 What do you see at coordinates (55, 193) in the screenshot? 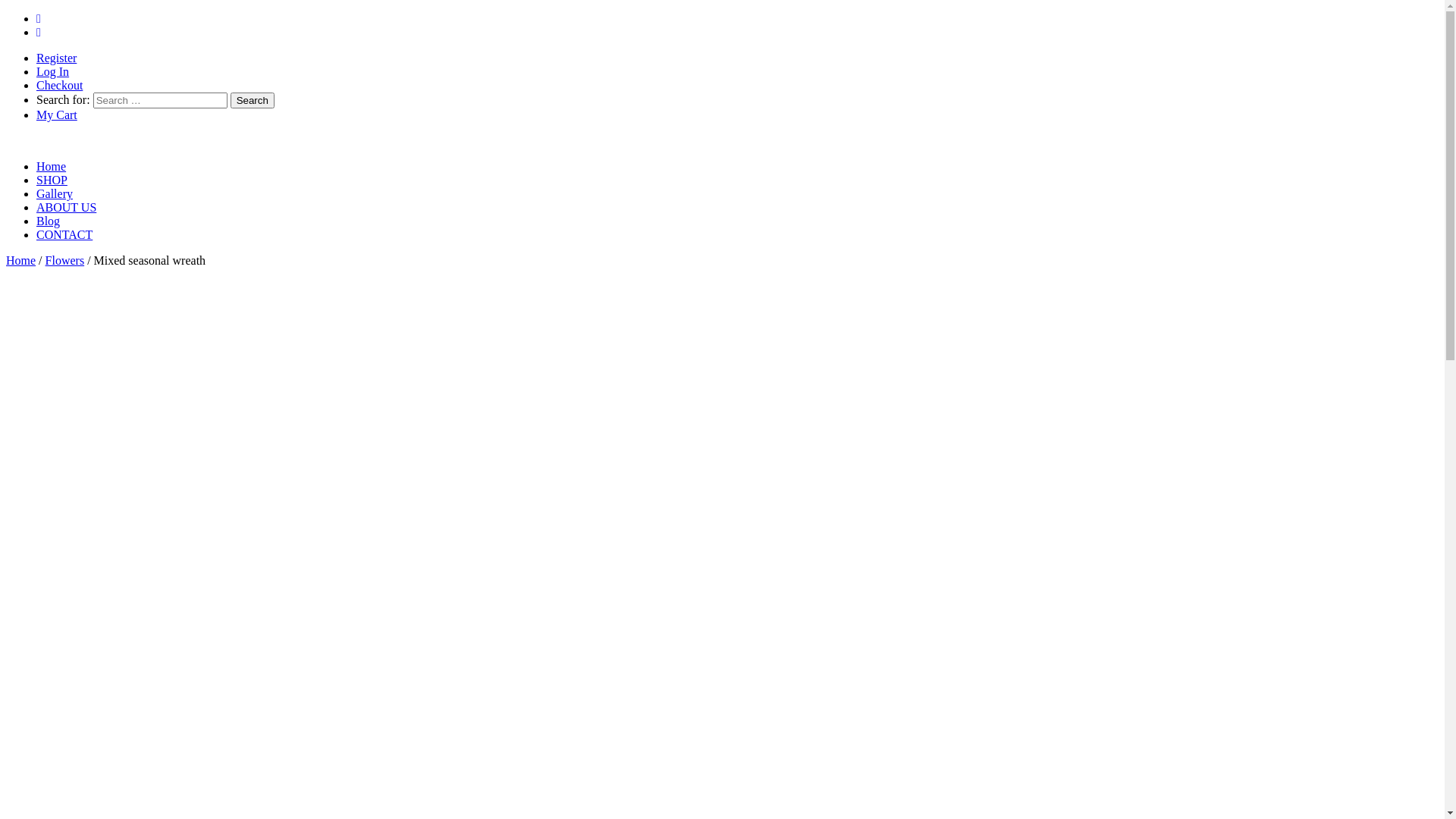
I see `'Gallery'` at bounding box center [55, 193].